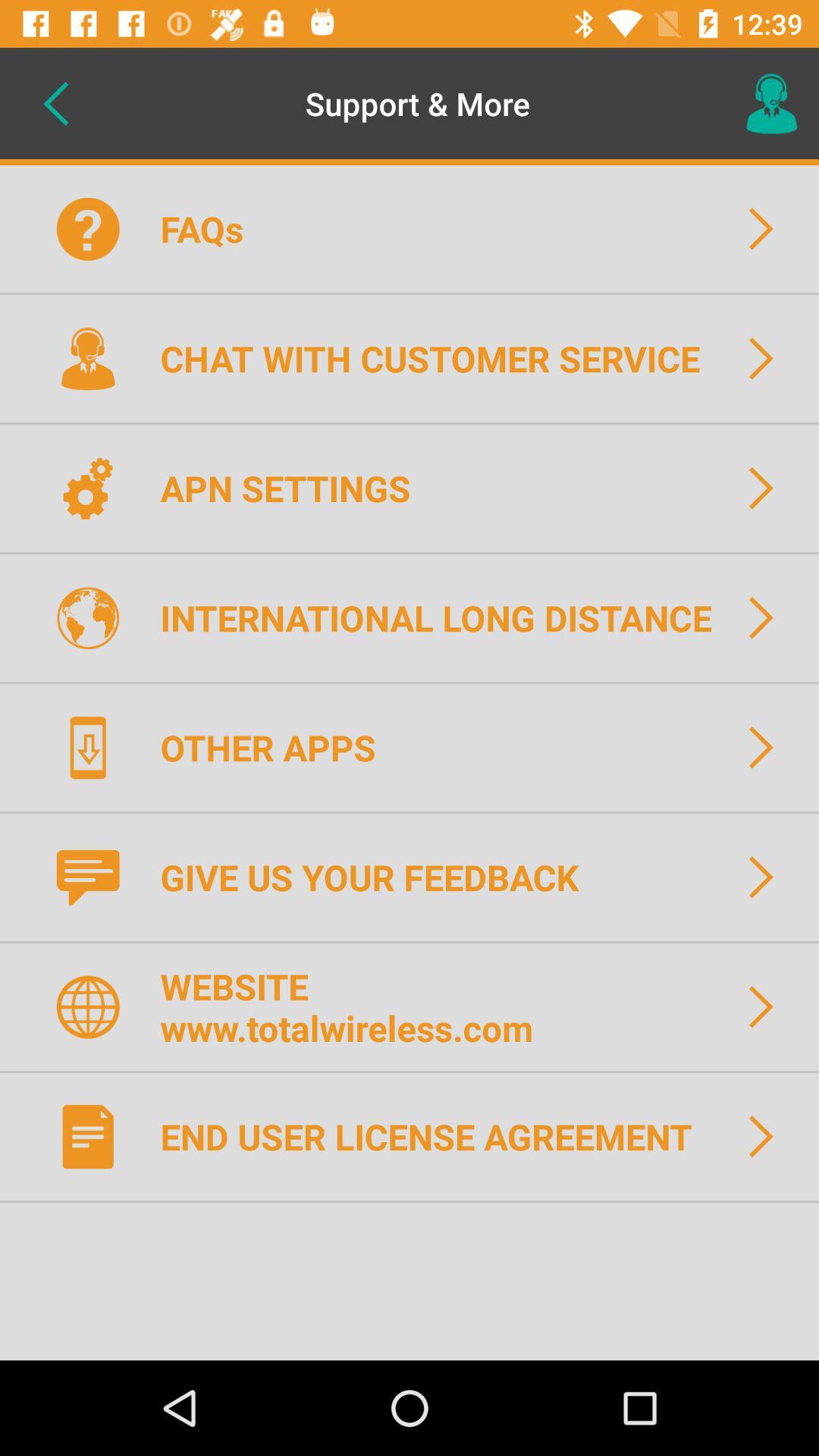  What do you see at coordinates (436, 1136) in the screenshot?
I see `item below website www totalwireless` at bounding box center [436, 1136].